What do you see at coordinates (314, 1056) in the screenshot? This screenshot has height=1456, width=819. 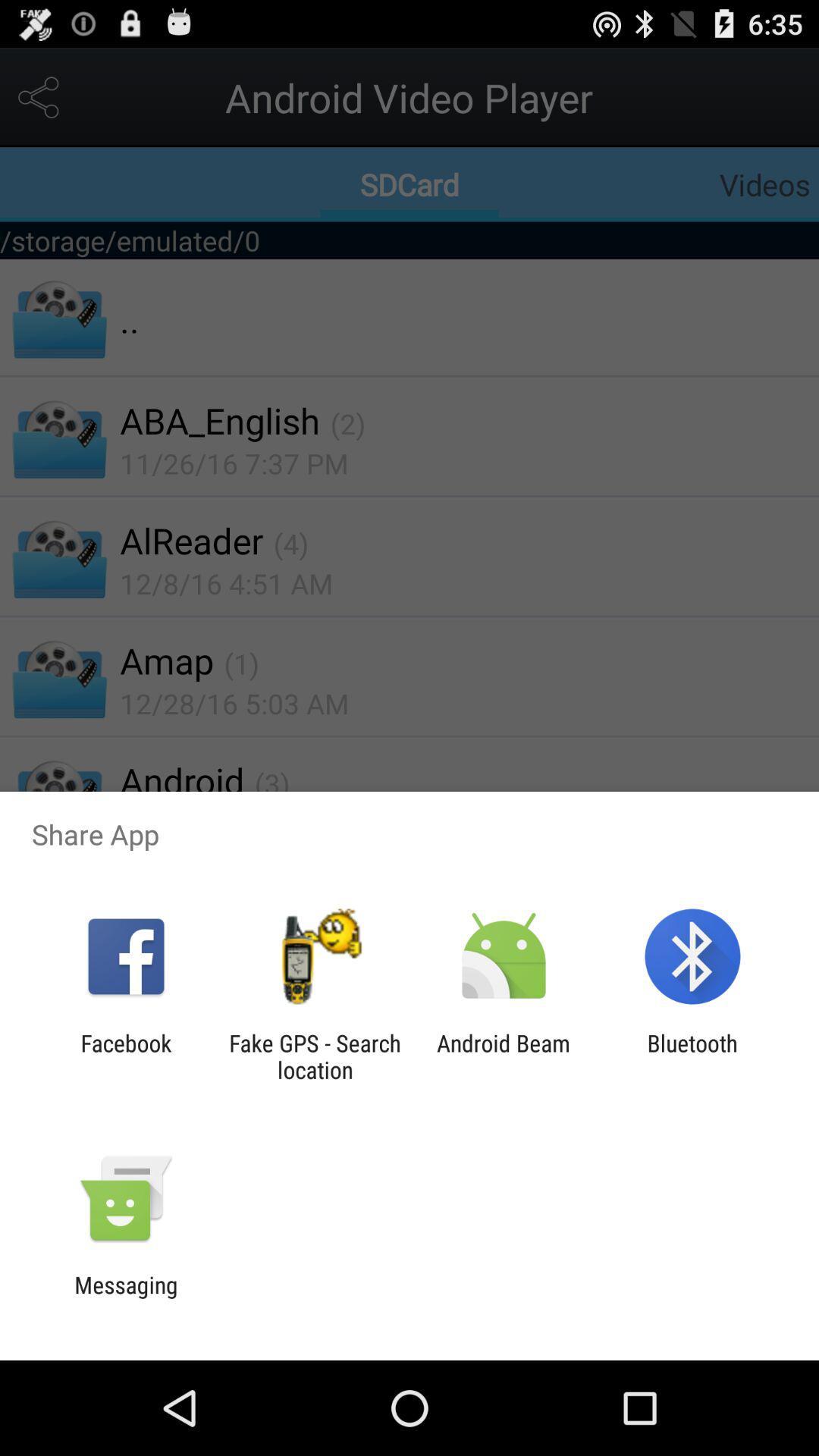 I see `item next to the android beam icon` at bounding box center [314, 1056].